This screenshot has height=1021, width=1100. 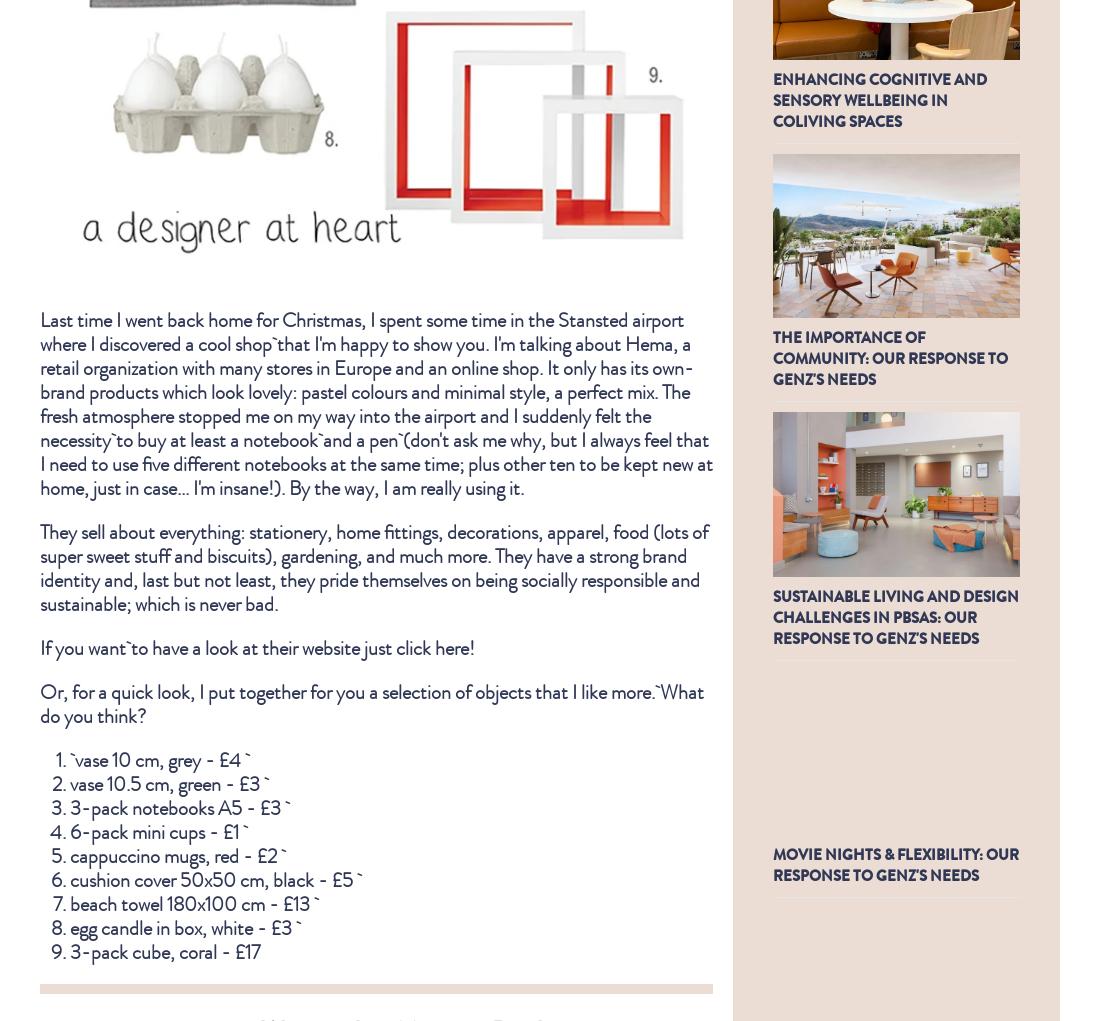 I want to click on 'Last time I went back home for Christmas, I spent some time in the Stansted airport where I discovered a cool shop that I'm happy to show you. I'm talking about Hema, a retail organization with many stores in Europe and an online shop. It only has its own-brand products which look lovely: pastel colours and minimal style, a perfect mix. The fresh atmosphere stopped me on my way into the airport and I suddenly felt the necessity to buy at least a notebook and a pen (don't ask me why, but I always feel that I need to use five different notebooks at the same time; plus other ten to be kept new at home, just in case... I'm insane!). By the way, I am really using it.', so click(x=39, y=401).